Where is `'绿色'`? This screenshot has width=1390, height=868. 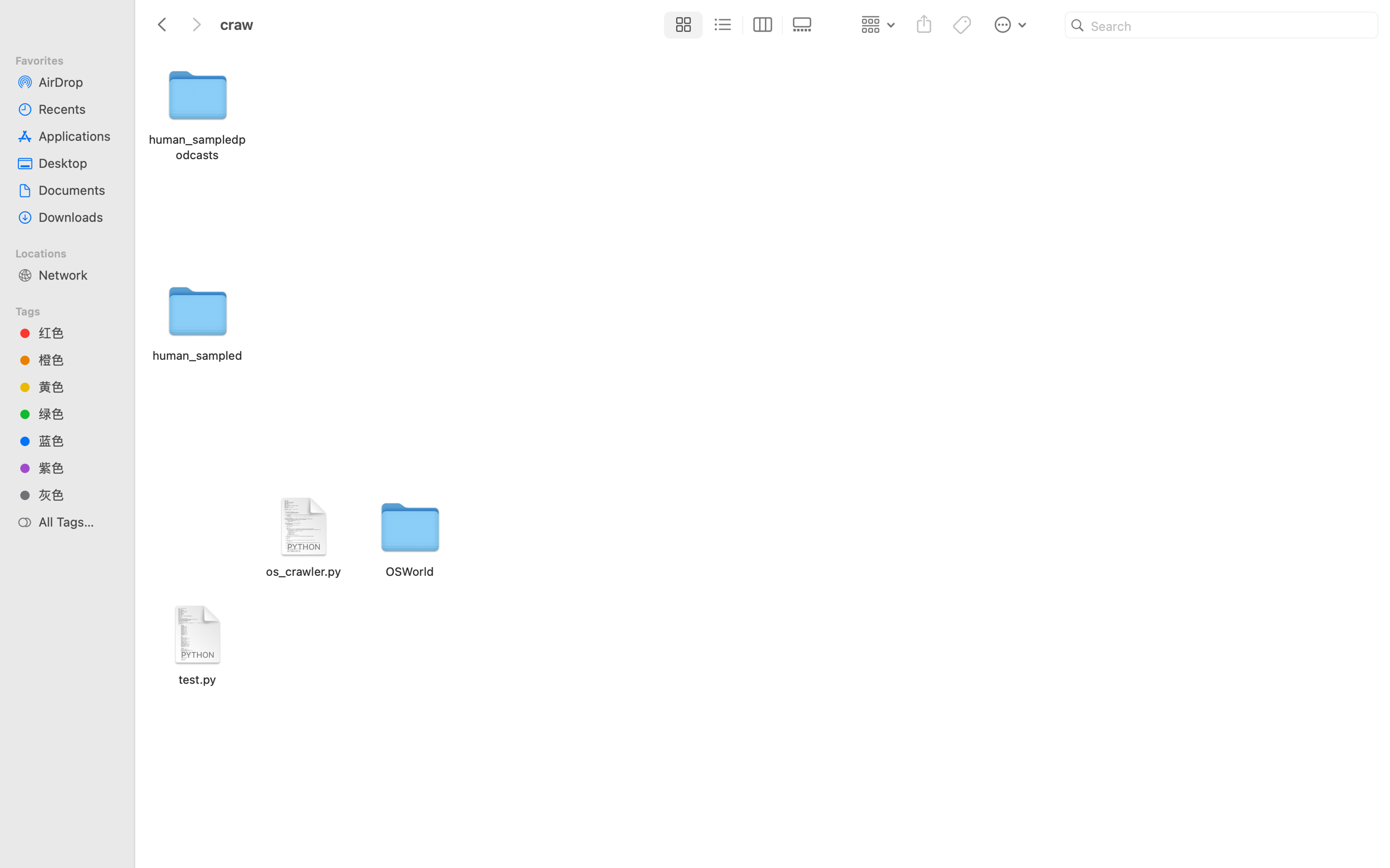
'绿色' is located at coordinates (77, 414).